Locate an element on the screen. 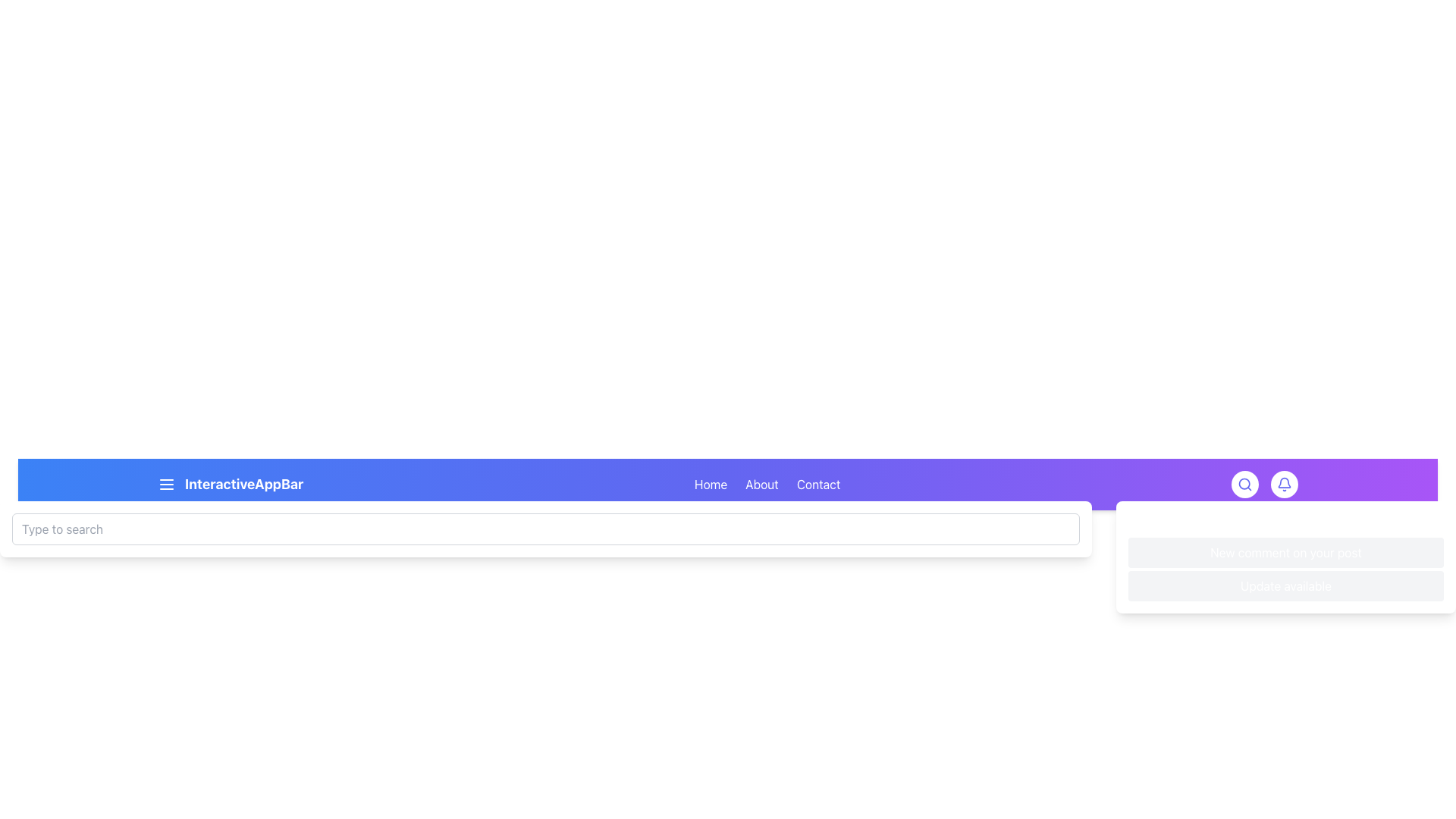 The height and width of the screenshot is (819, 1456). the 'Home' text link in the navbar to observe its hover effects is located at coordinates (710, 485).